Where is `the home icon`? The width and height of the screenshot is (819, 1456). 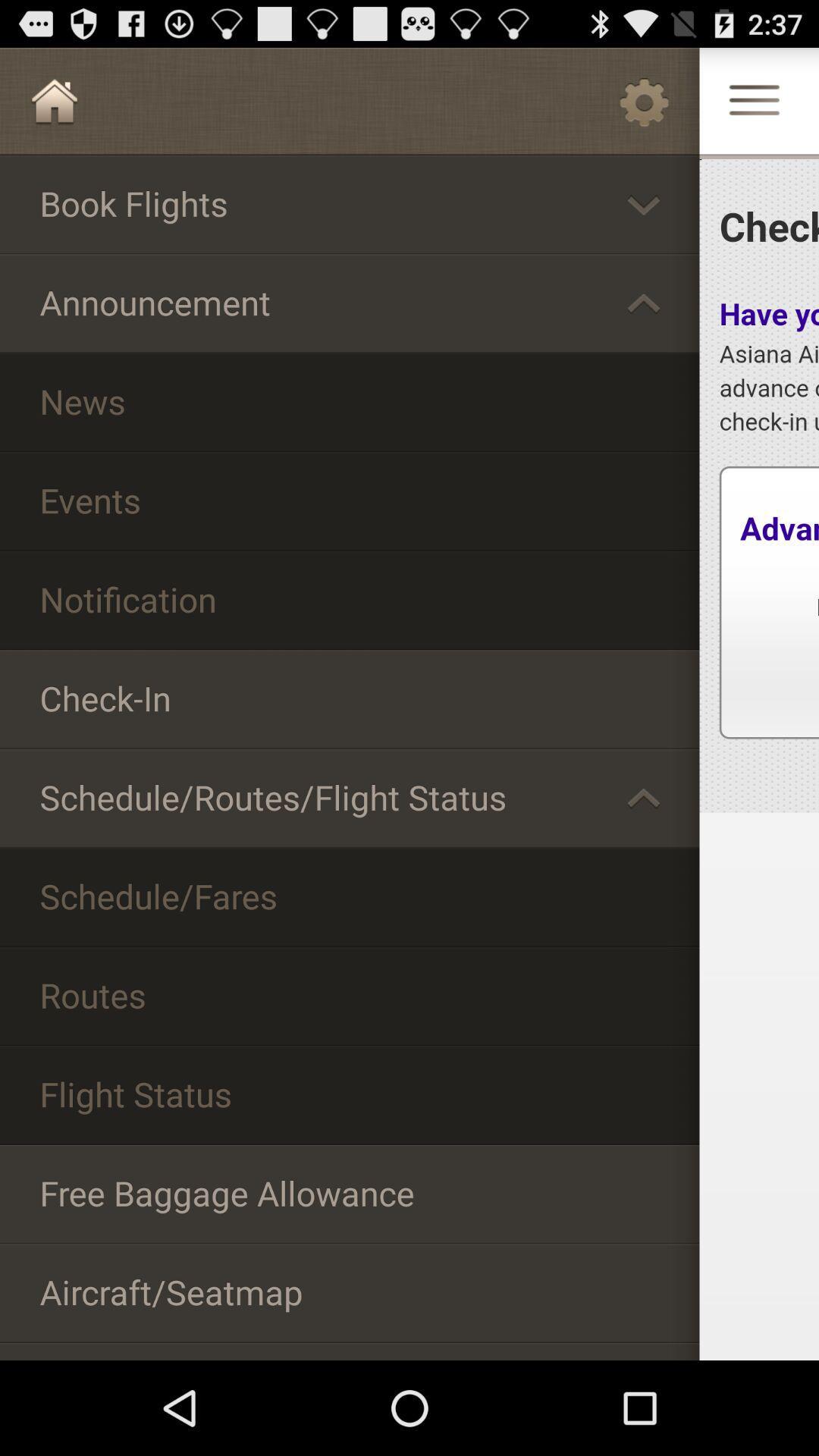 the home icon is located at coordinates (54, 107).